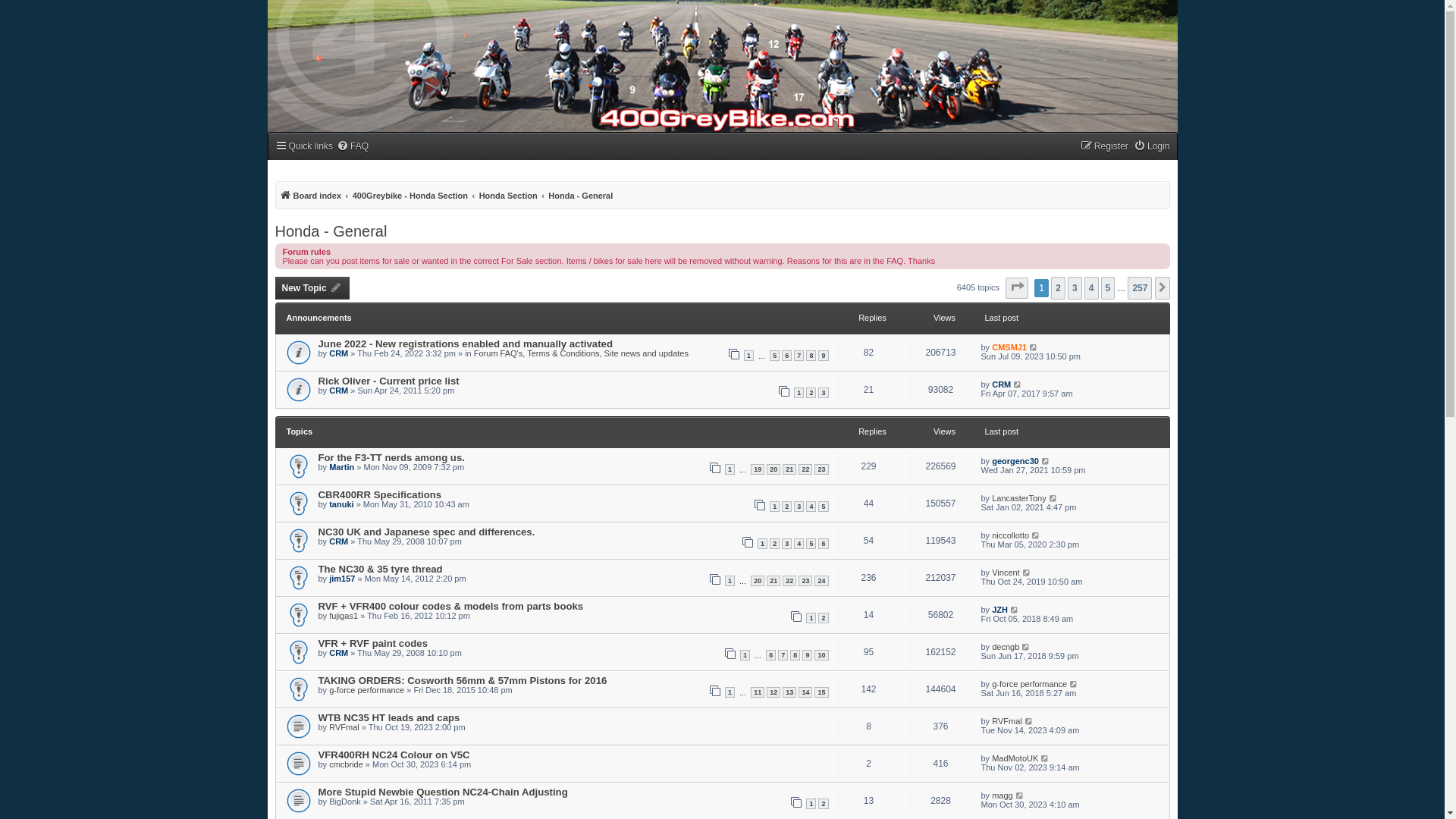 The width and height of the screenshot is (1456, 819). Describe the element at coordinates (381, 569) in the screenshot. I see `'The NC30 & 35 tyre thread'` at that location.